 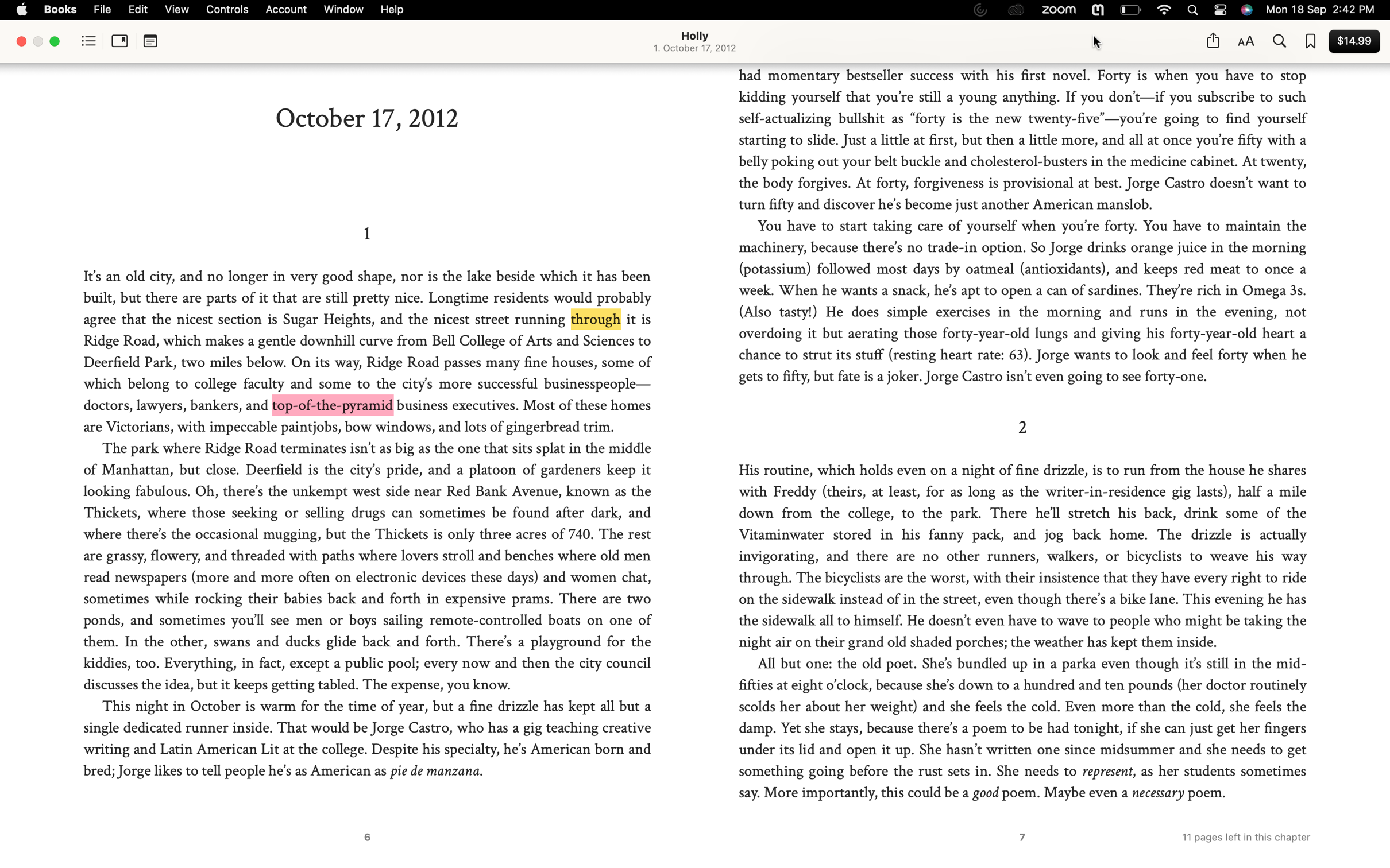 I want to click on Locate the term "handsome" in the book, so click(x=1278, y=42).